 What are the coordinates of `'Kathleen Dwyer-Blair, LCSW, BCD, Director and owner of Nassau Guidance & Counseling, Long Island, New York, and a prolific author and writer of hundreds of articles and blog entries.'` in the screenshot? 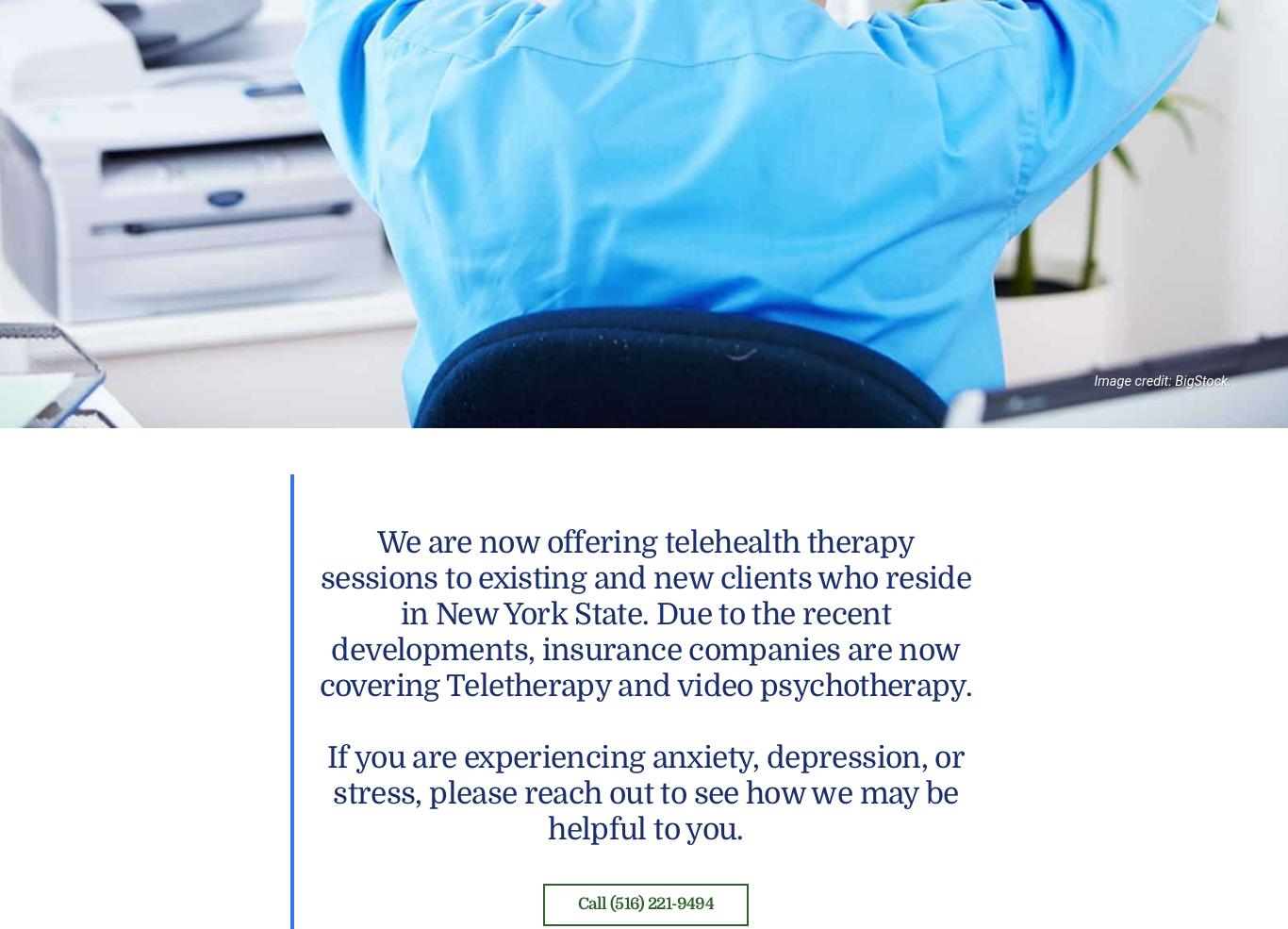 It's located at (602, 241).